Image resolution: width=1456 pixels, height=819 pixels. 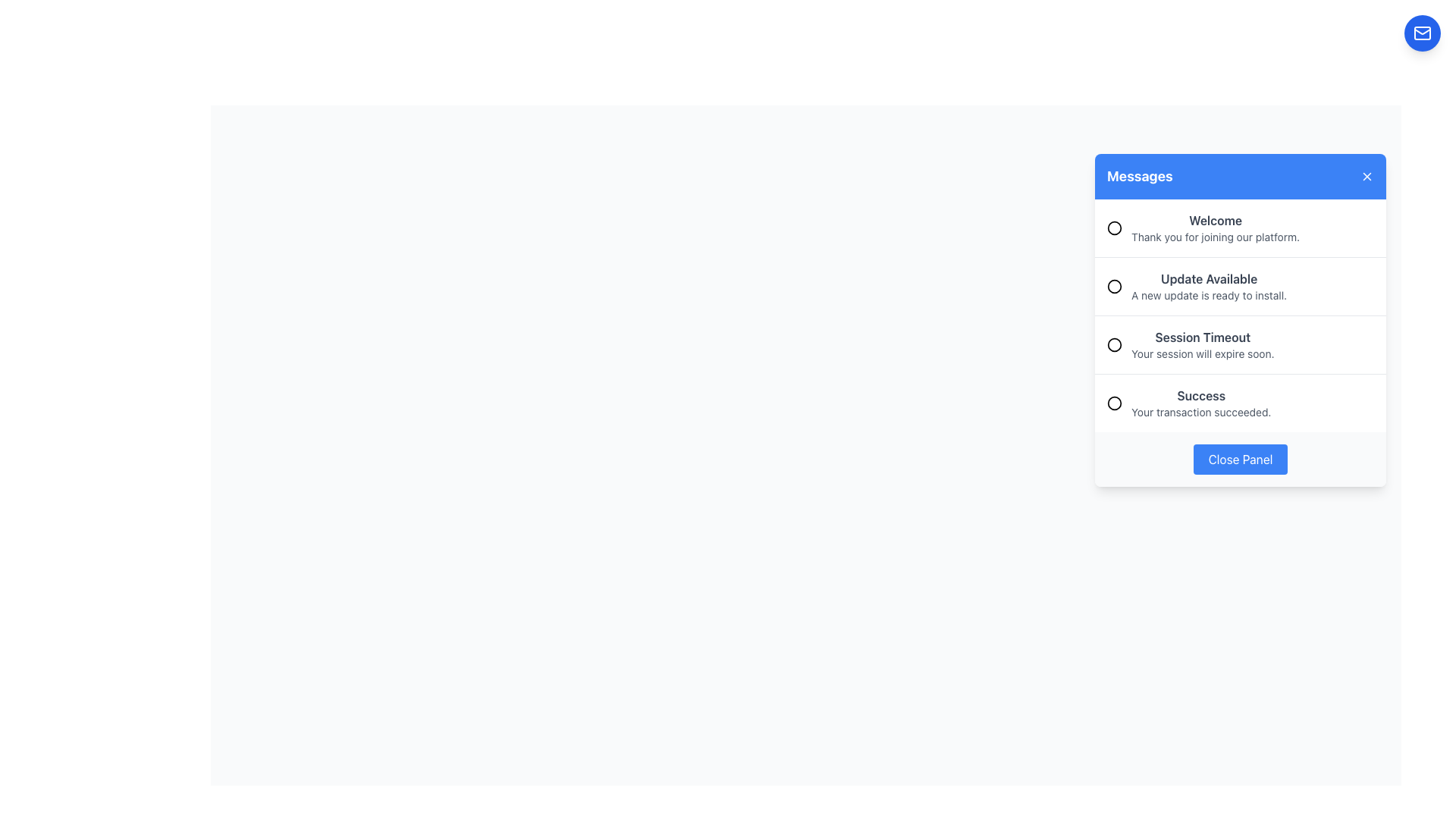 What do you see at coordinates (1114, 227) in the screenshot?
I see `the circular outlined icon with a grayscale appearance located at the left of the message row containing 'Welcome' and 'Thank you for joining our platform.'` at bounding box center [1114, 227].